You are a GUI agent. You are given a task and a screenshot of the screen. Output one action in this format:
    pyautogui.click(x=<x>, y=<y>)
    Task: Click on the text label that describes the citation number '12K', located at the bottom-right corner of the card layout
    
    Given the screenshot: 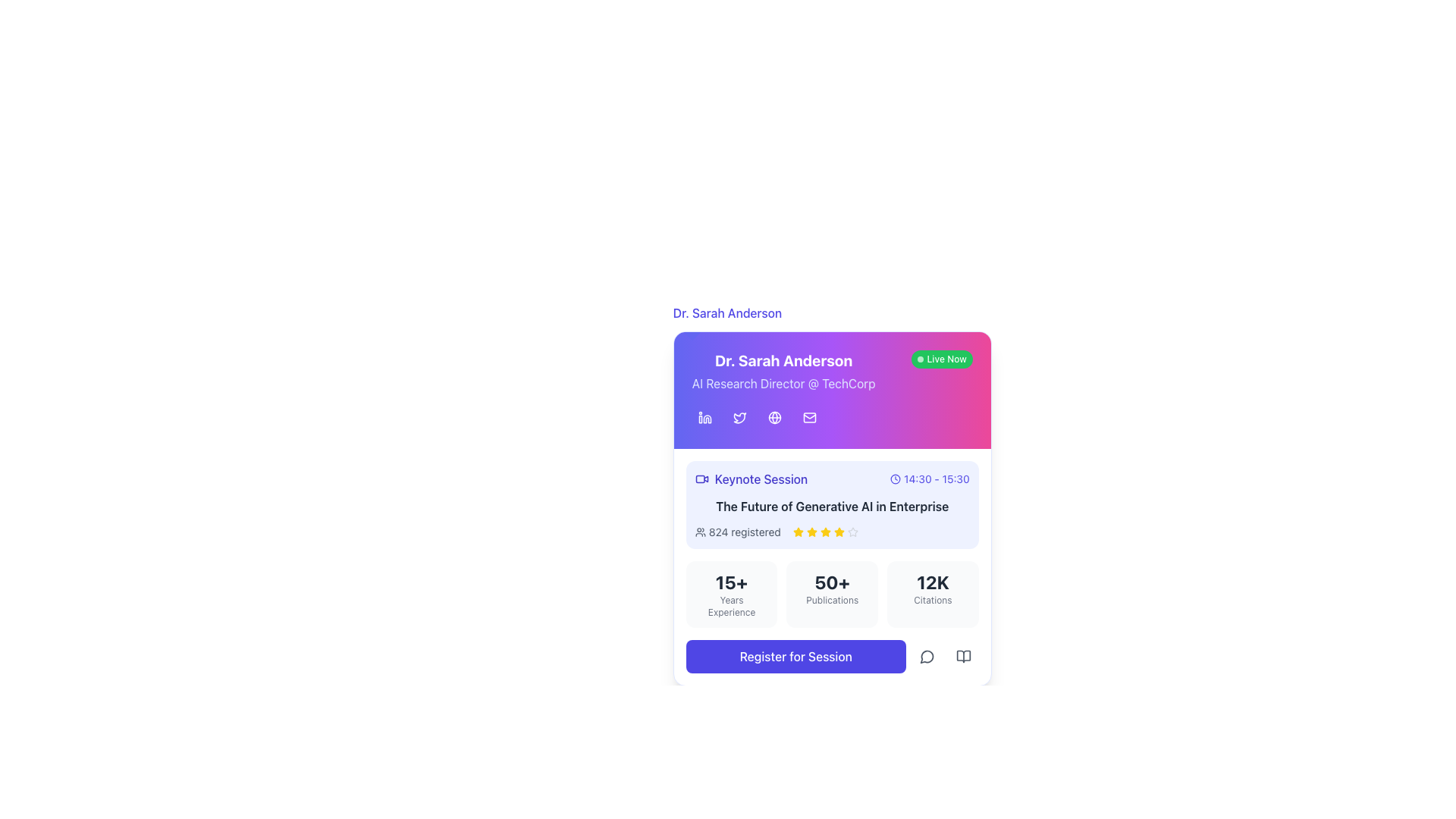 What is the action you would take?
    pyautogui.click(x=932, y=599)
    